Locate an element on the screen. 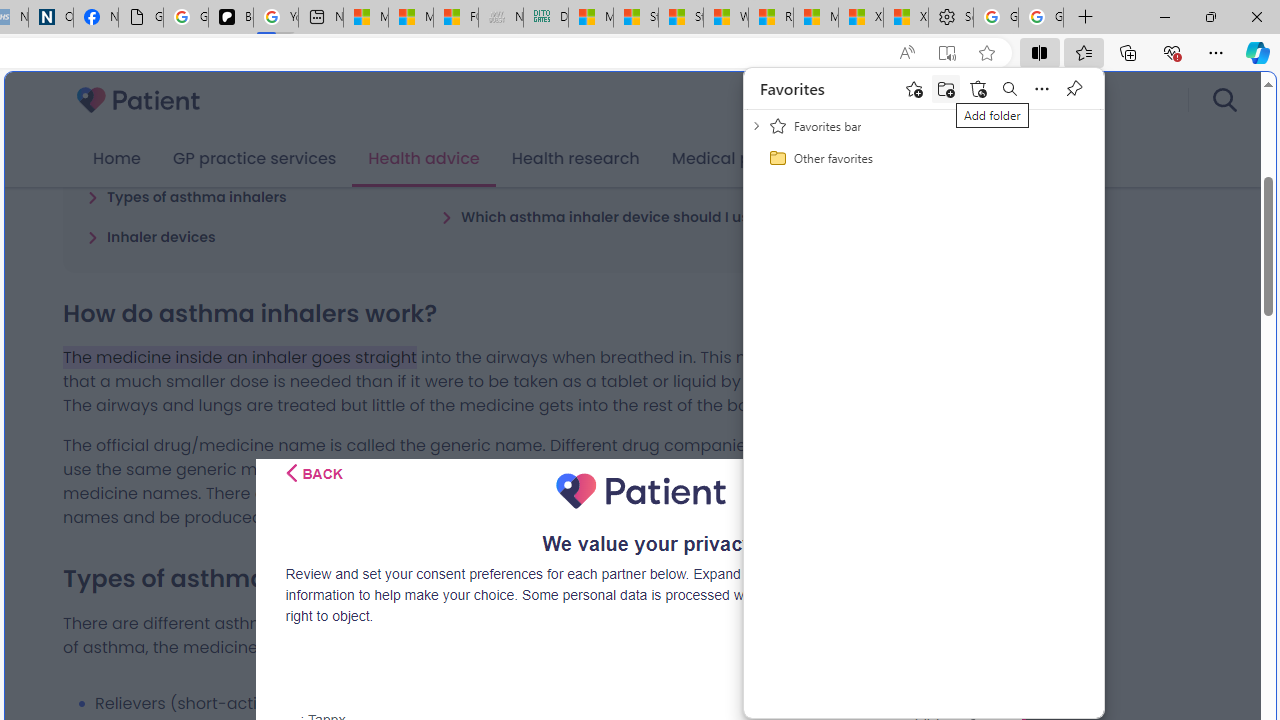 This screenshot has height=720, width=1280. 'Search favorites' is located at coordinates (1009, 87).